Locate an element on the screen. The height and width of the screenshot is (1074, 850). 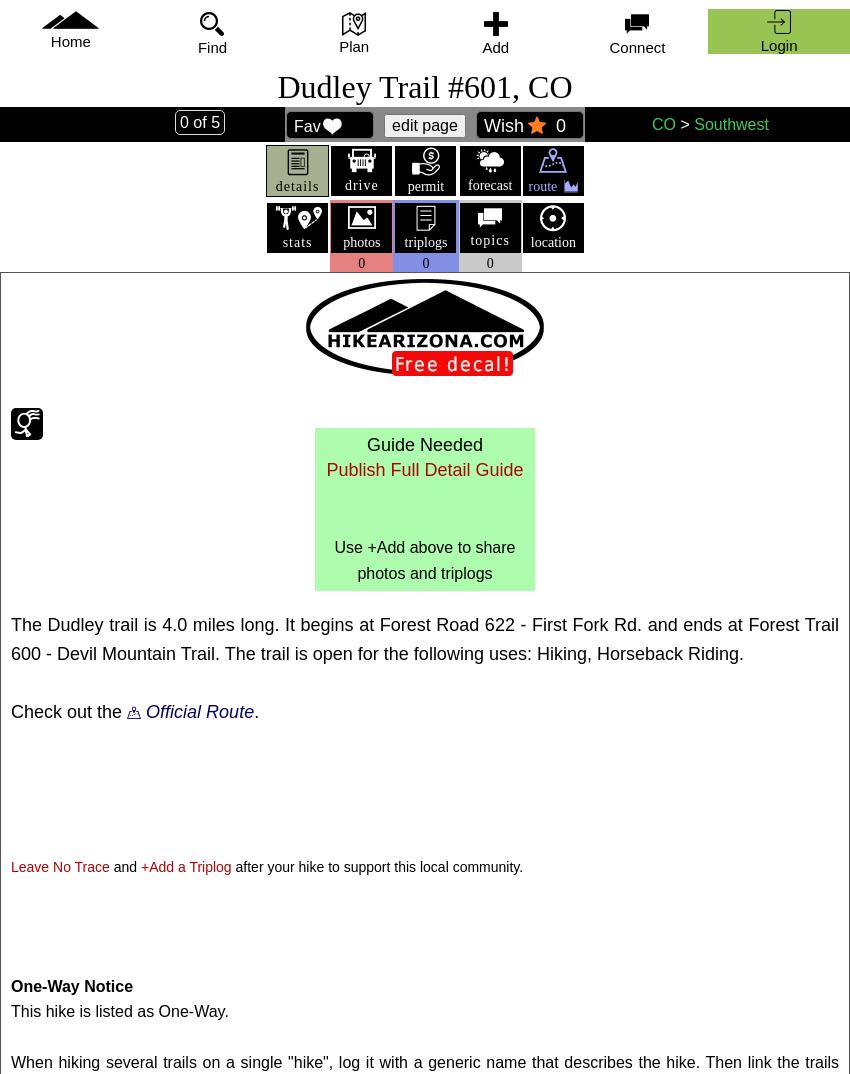
'location' is located at coordinates (551, 241).